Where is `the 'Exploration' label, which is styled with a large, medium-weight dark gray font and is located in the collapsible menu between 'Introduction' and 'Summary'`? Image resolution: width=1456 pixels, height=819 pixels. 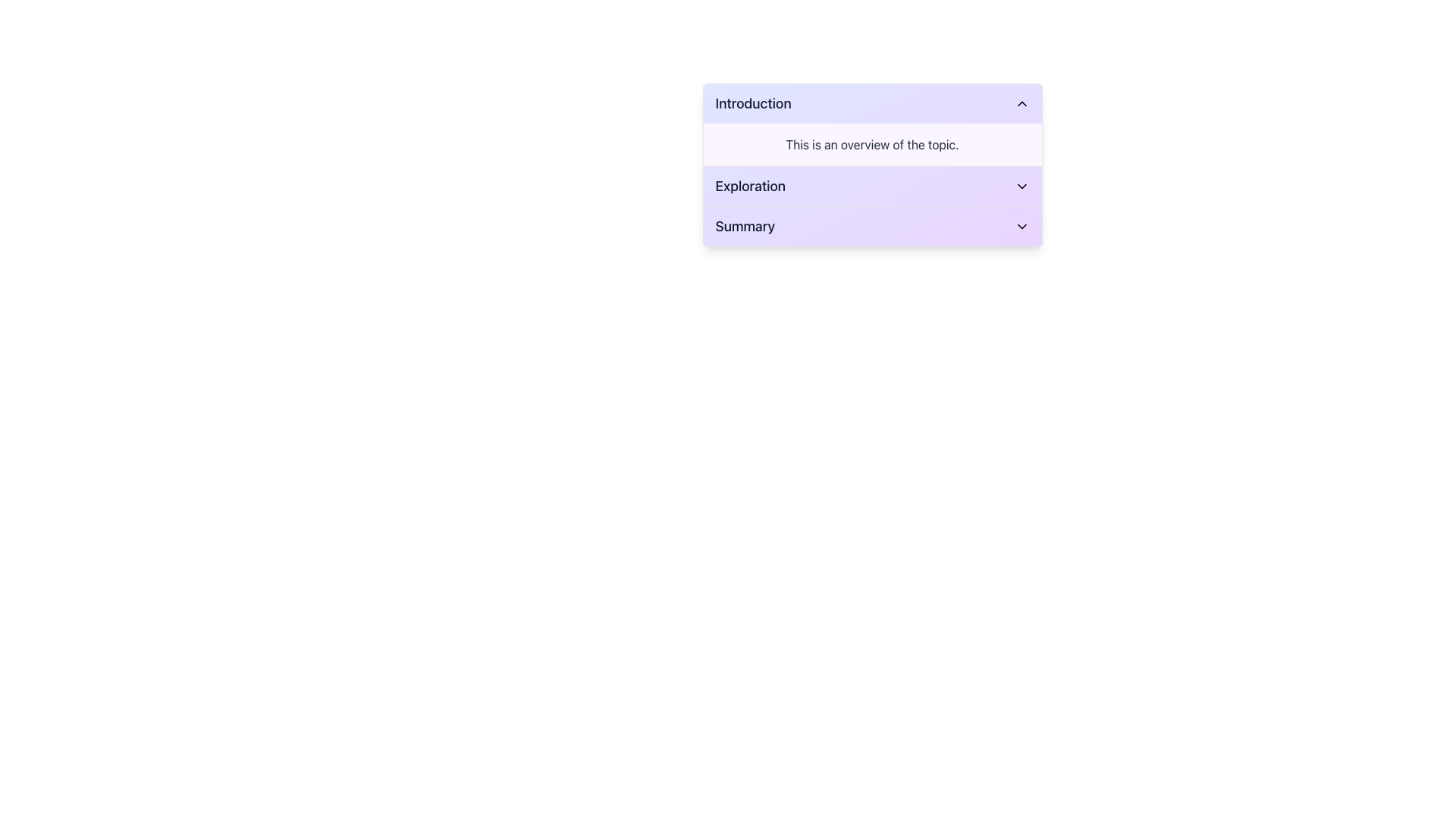
the 'Exploration' label, which is styled with a large, medium-weight dark gray font and is located in the collapsible menu between 'Introduction' and 'Summary' is located at coordinates (750, 186).